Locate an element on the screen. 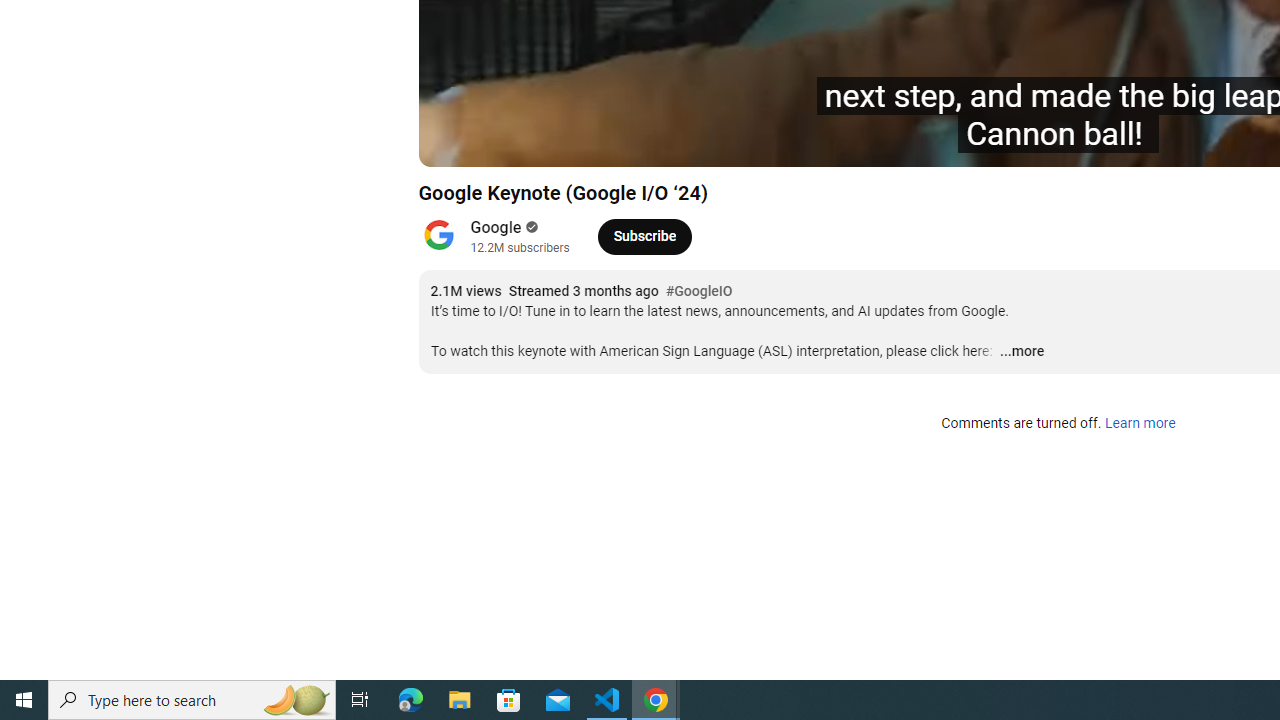  'Verified' is located at coordinates (530, 226).